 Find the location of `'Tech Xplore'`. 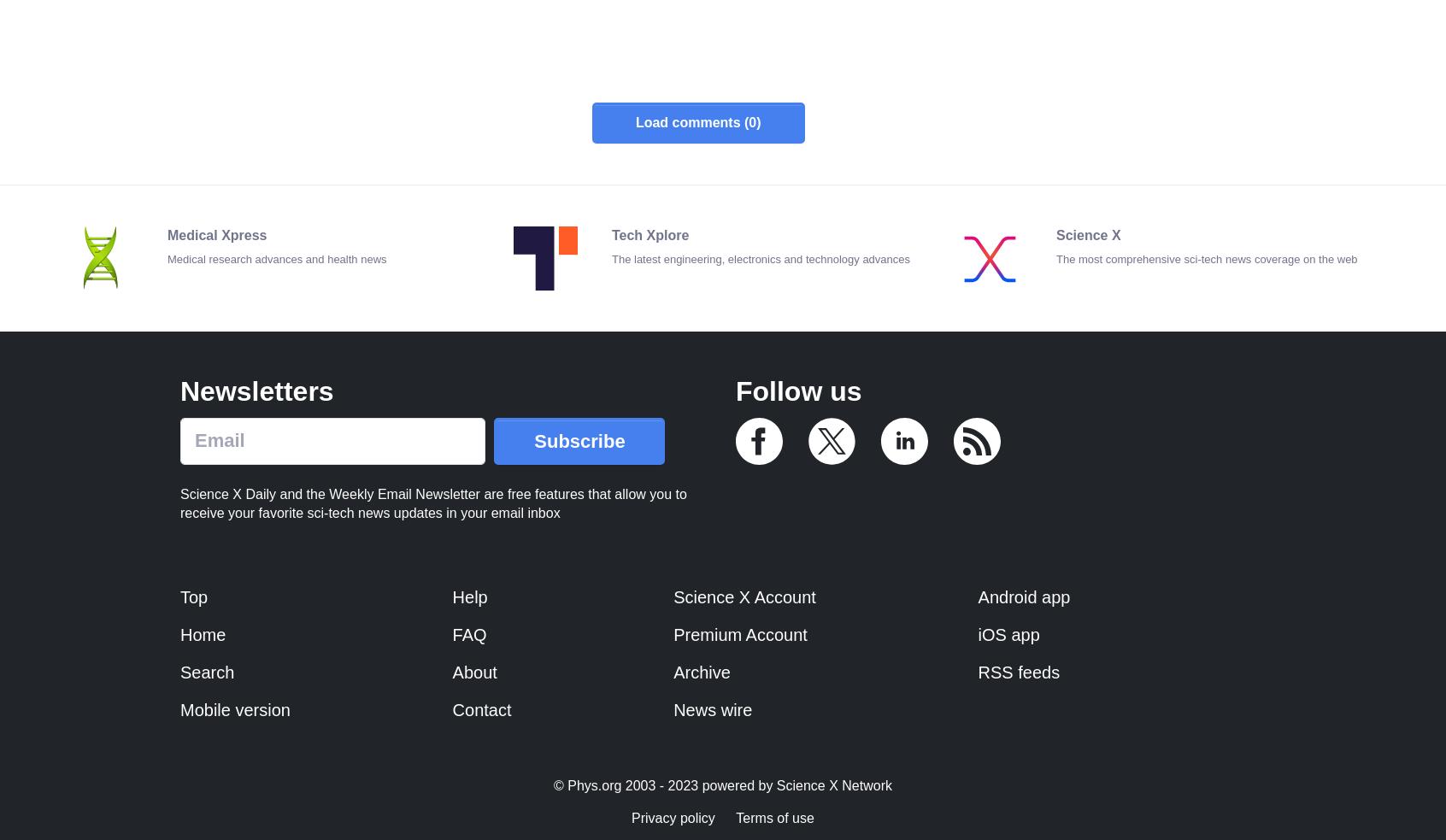

'Tech Xplore' is located at coordinates (649, 234).